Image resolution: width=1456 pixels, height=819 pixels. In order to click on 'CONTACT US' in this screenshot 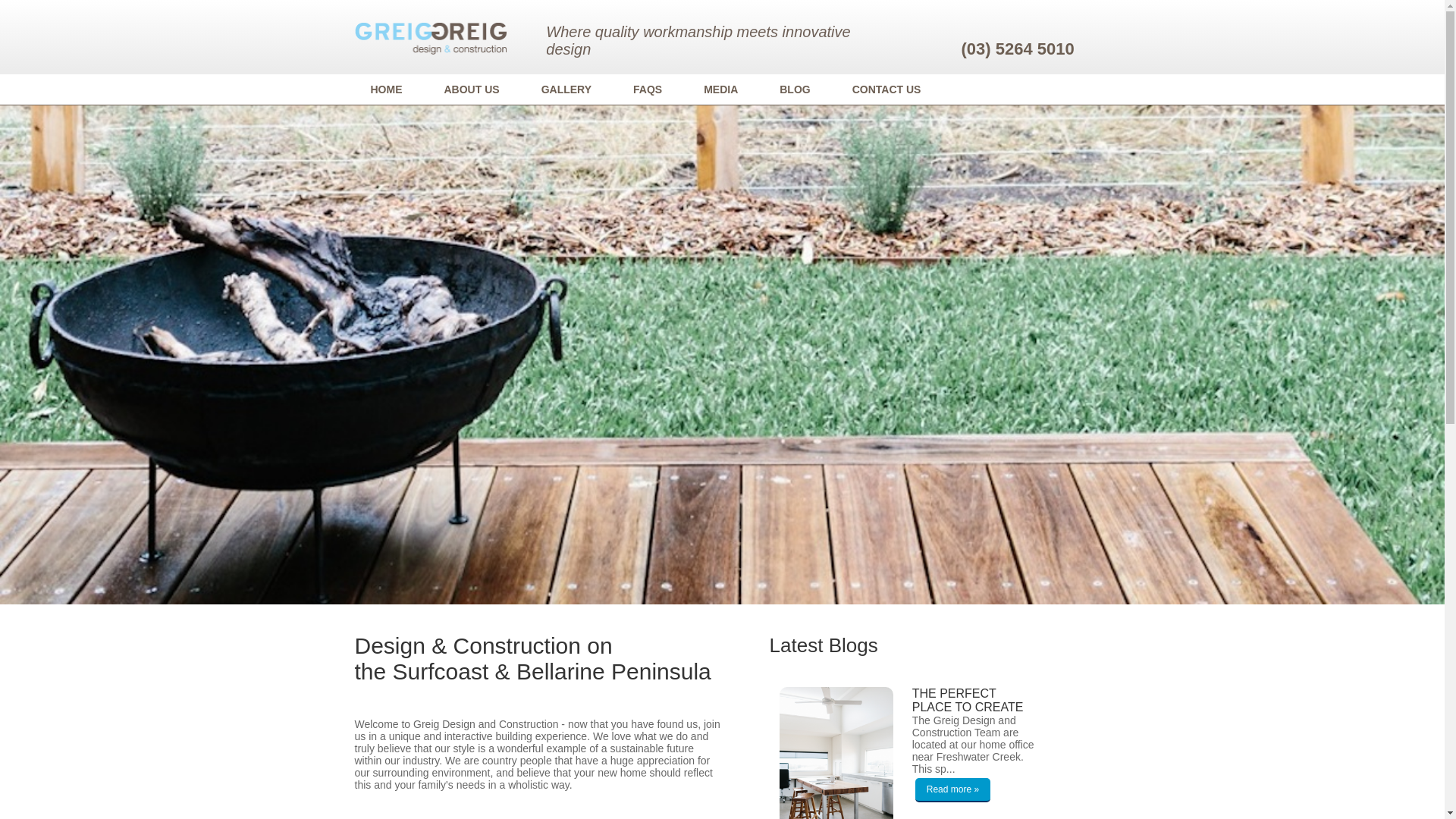, I will do `click(891, 89)`.